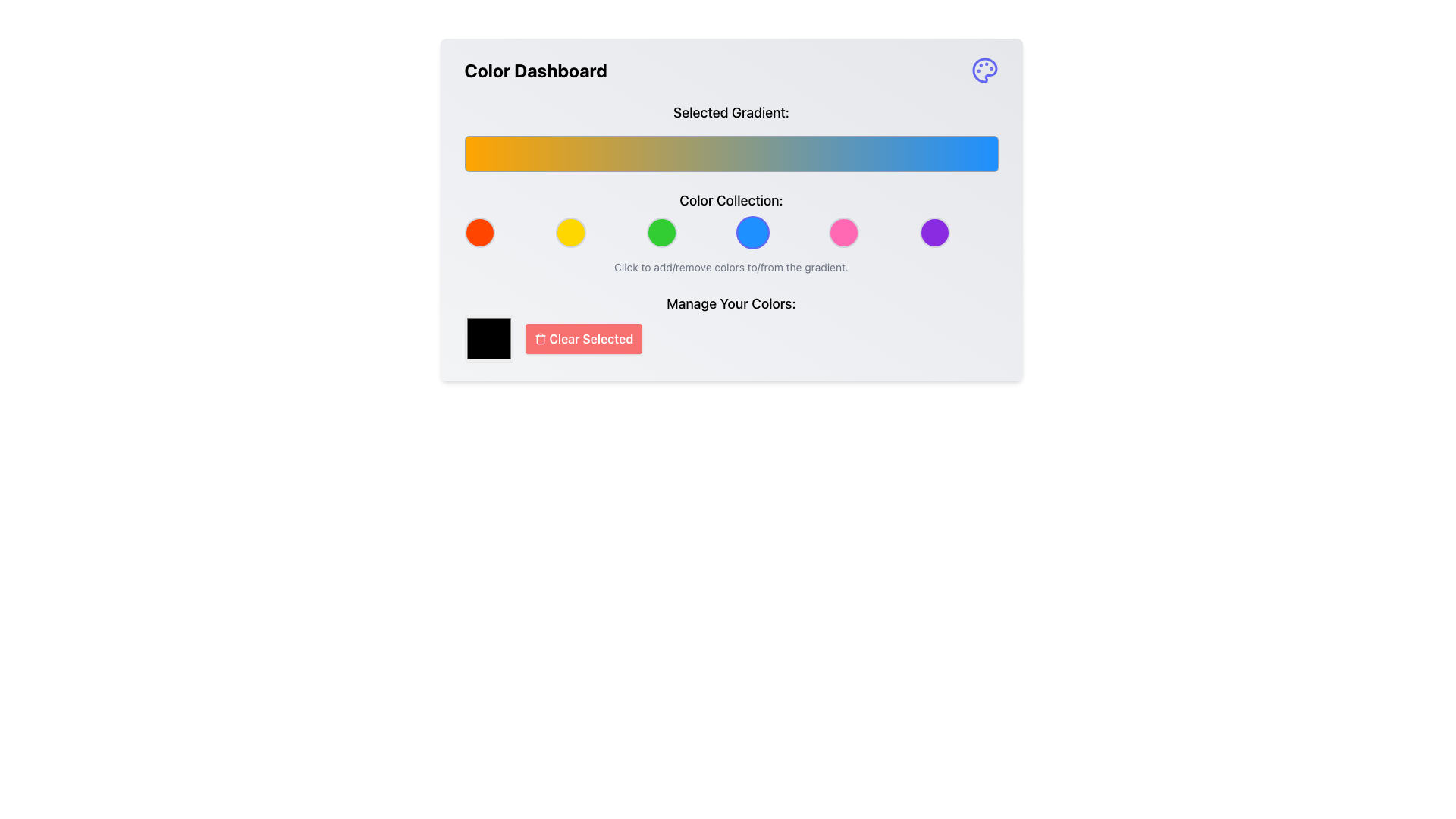 Image resolution: width=1456 pixels, height=819 pixels. What do you see at coordinates (535, 70) in the screenshot?
I see `text element displaying 'Color Dashboard' located at the top-left region of the interface` at bounding box center [535, 70].